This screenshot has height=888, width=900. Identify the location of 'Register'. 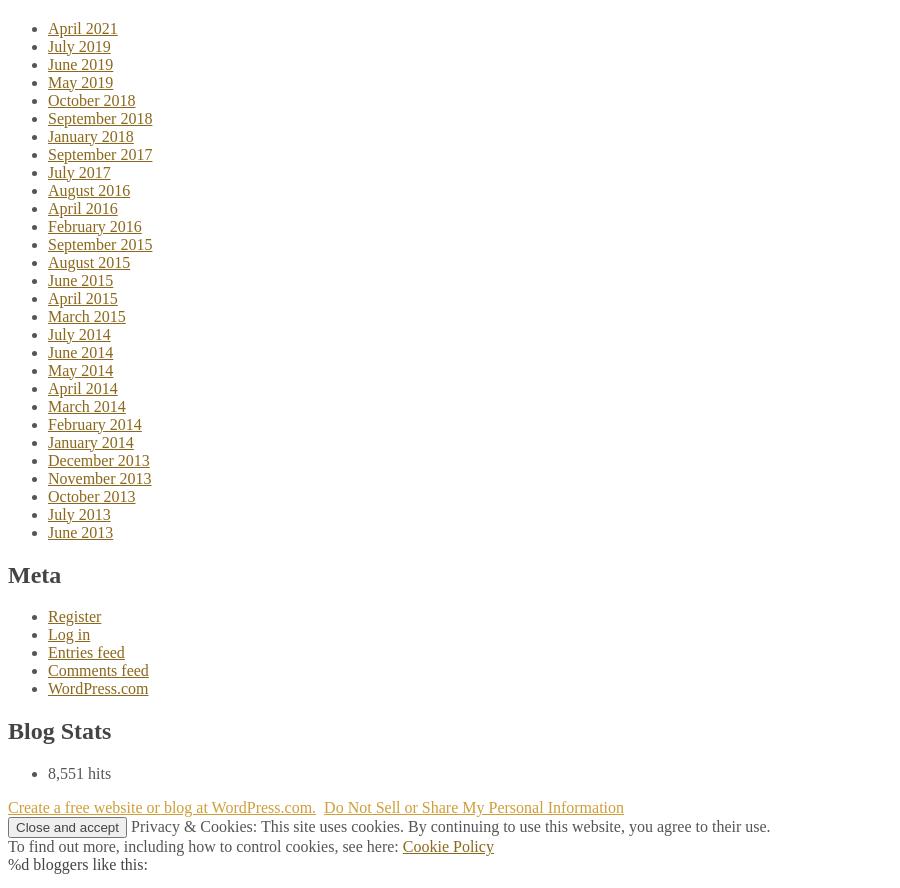
(73, 615).